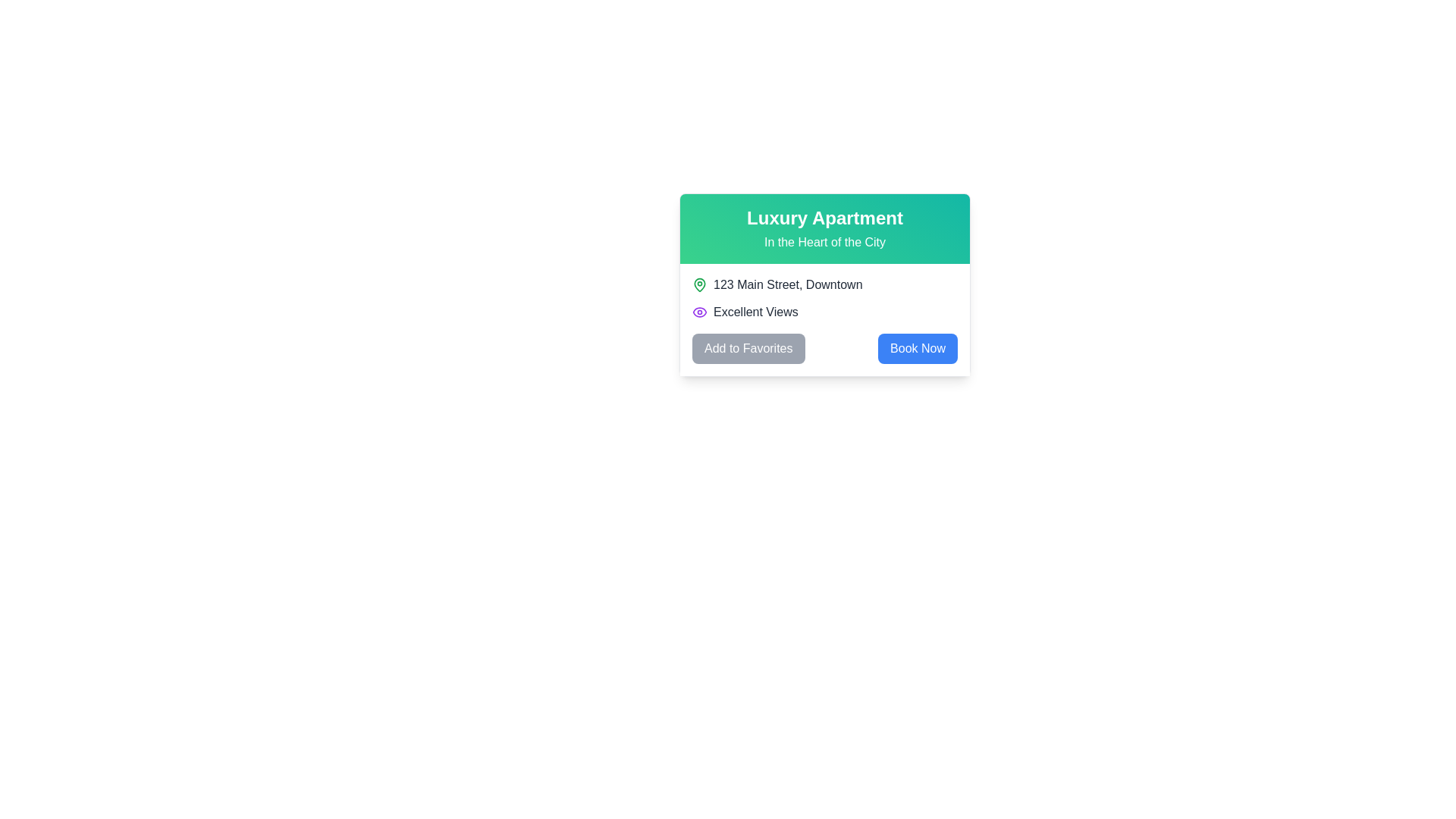 The width and height of the screenshot is (1456, 819). Describe the element at coordinates (748, 348) in the screenshot. I see `the 'Add to Favorites' button located at the bottom-left corner of the 'Luxury Apartment' card to change its background color` at that location.